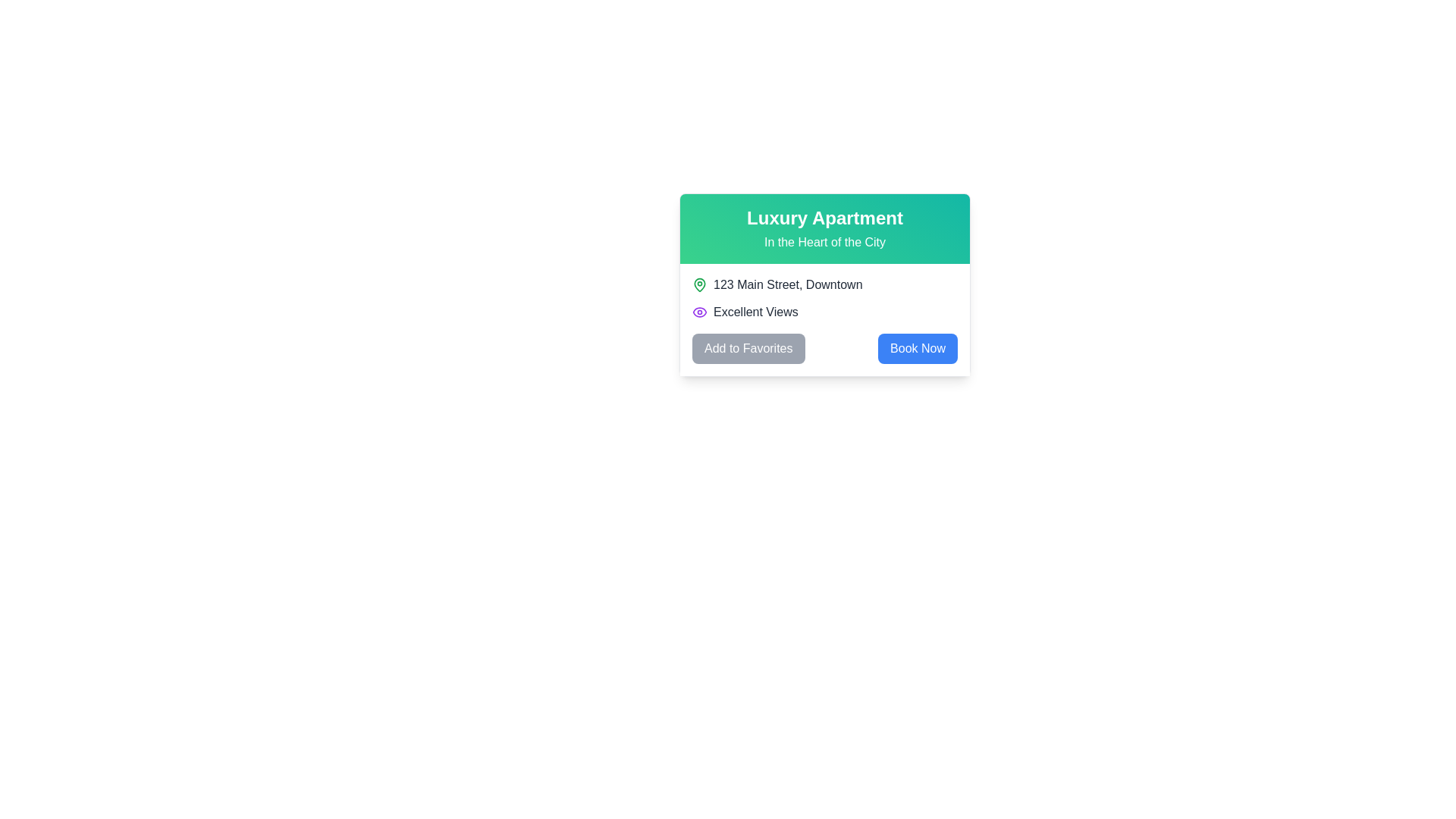 The width and height of the screenshot is (1456, 819). Describe the element at coordinates (748, 348) in the screenshot. I see `the 'Add to Favorites' button located at the bottom-left corner of the 'Luxury Apartment' card to change its background color` at that location.